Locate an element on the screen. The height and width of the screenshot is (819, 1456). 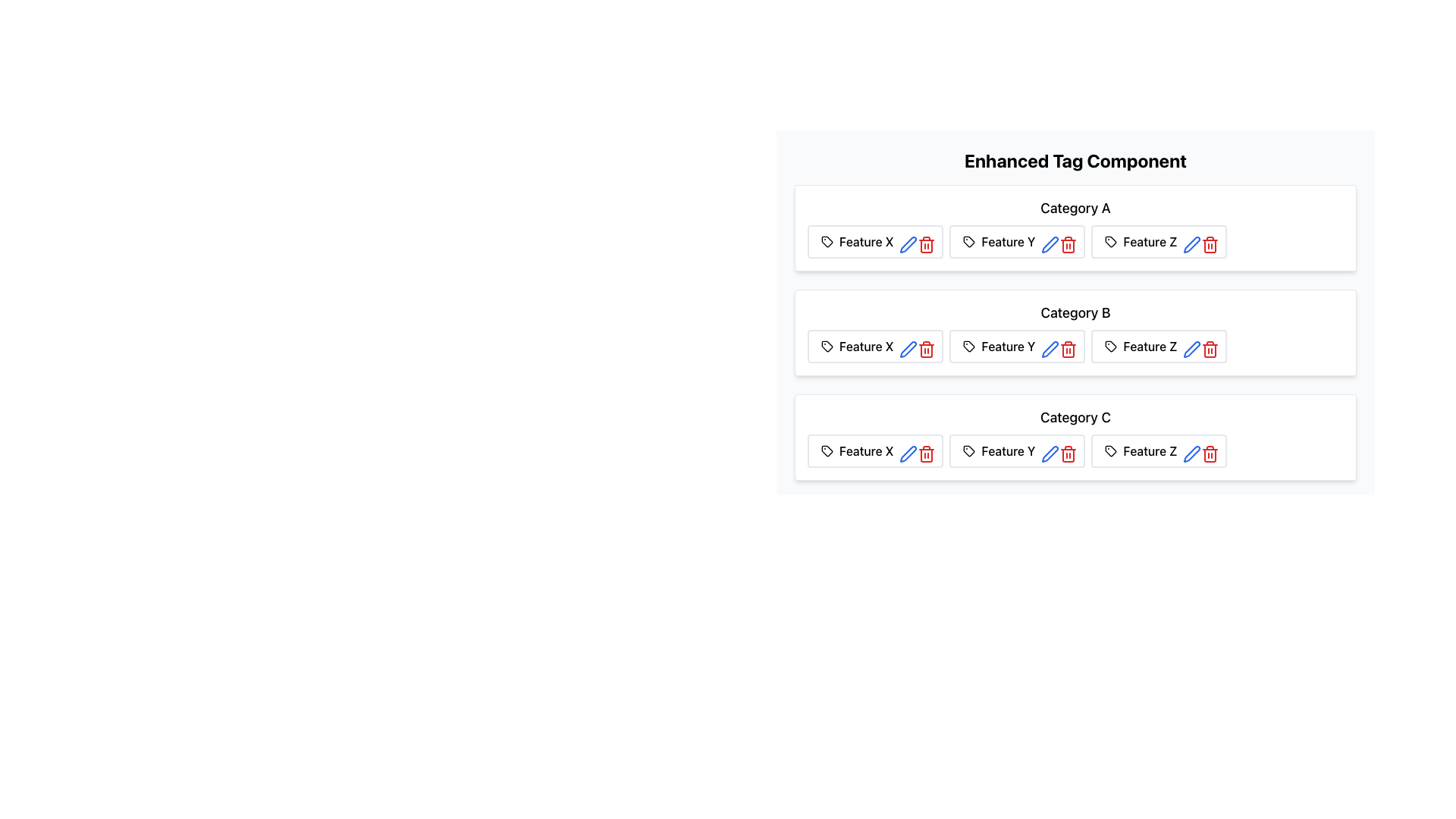
the button labeled 'Feature Y', which is a rectangular button with rounded corners, yellow background, and black icon, as a visual indicator is located at coordinates (1017, 346).